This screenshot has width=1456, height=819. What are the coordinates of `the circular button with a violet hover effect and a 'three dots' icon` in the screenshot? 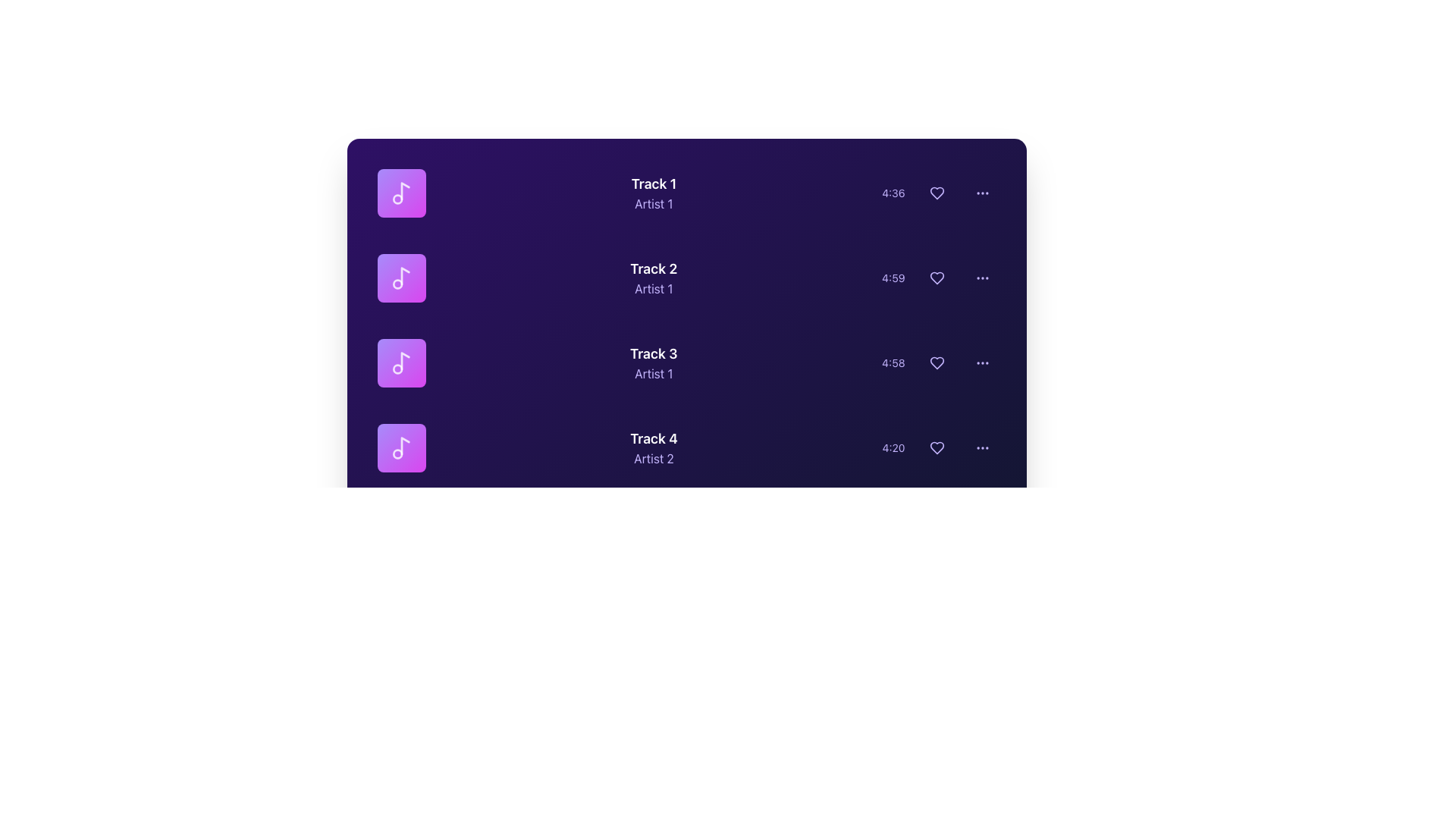 It's located at (982, 362).